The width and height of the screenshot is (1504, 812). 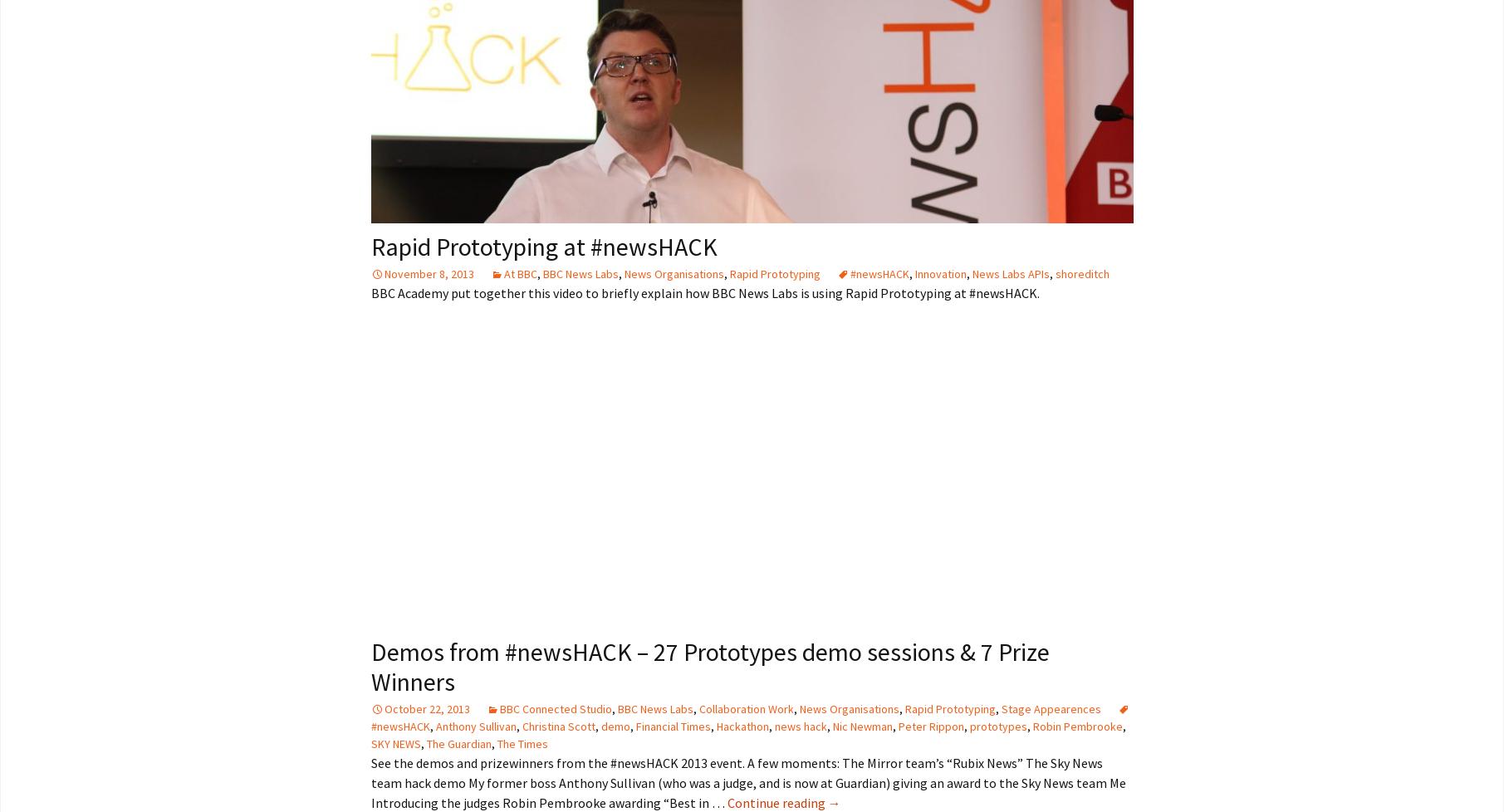 What do you see at coordinates (862, 725) in the screenshot?
I see `'Nic Newman'` at bounding box center [862, 725].